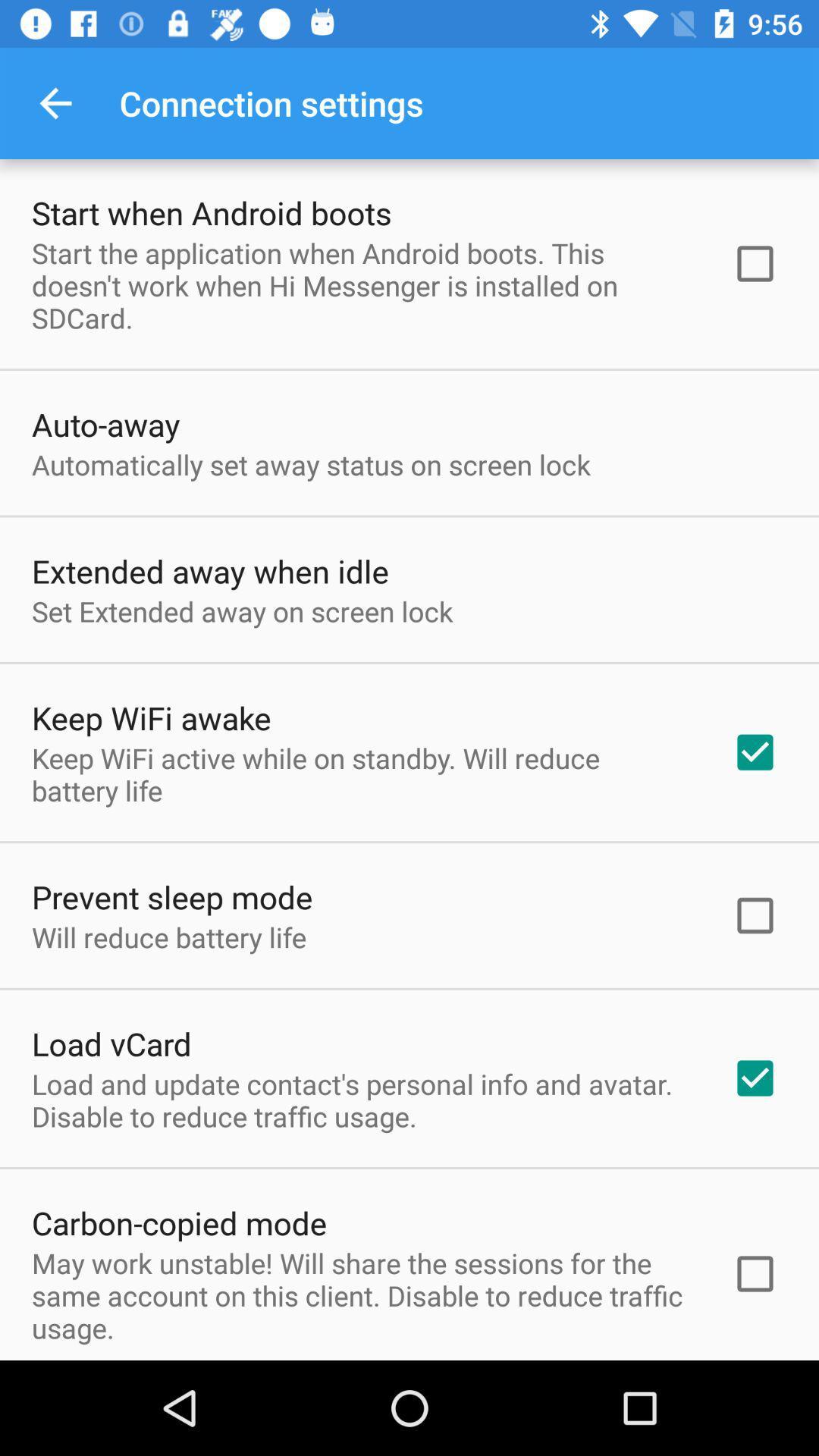  I want to click on icon above may work unstable item, so click(178, 1222).